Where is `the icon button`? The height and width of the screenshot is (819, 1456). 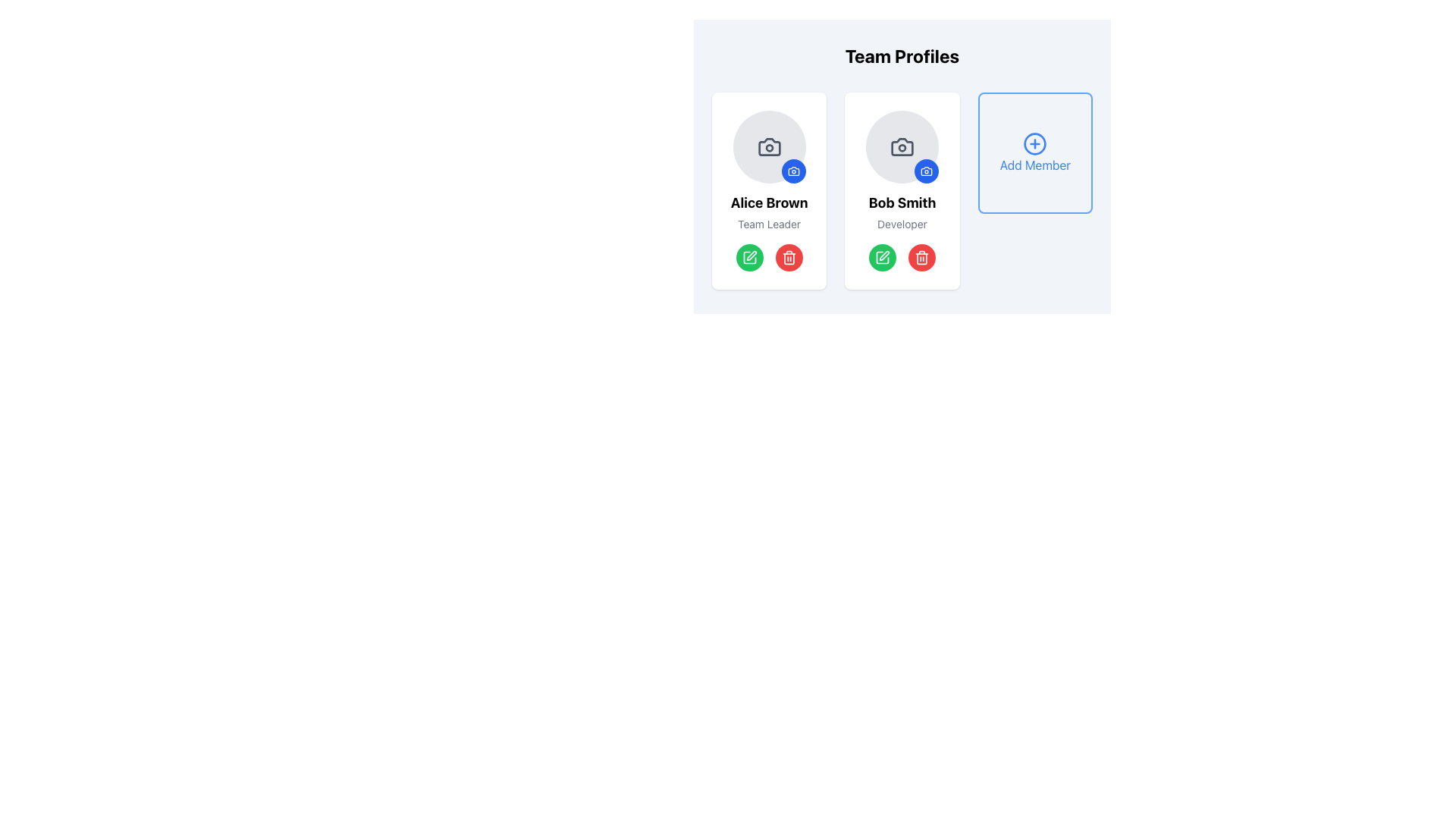
the icon button is located at coordinates (925, 171).